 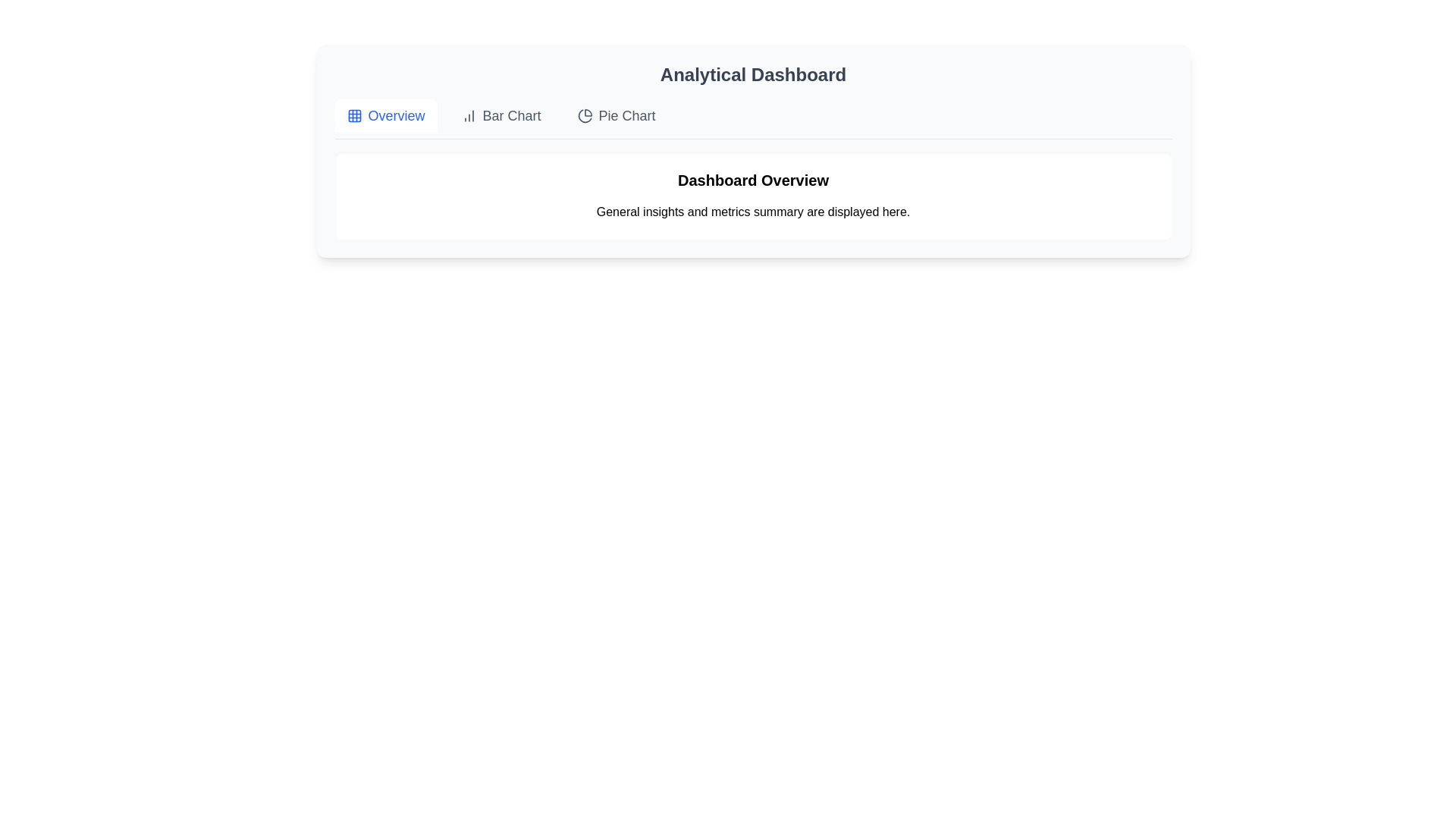 What do you see at coordinates (501, 115) in the screenshot?
I see `the second button in the horizontal menu bar, located between the 'Overview' and 'Pie Chart' tabs` at bounding box center [501, 115].